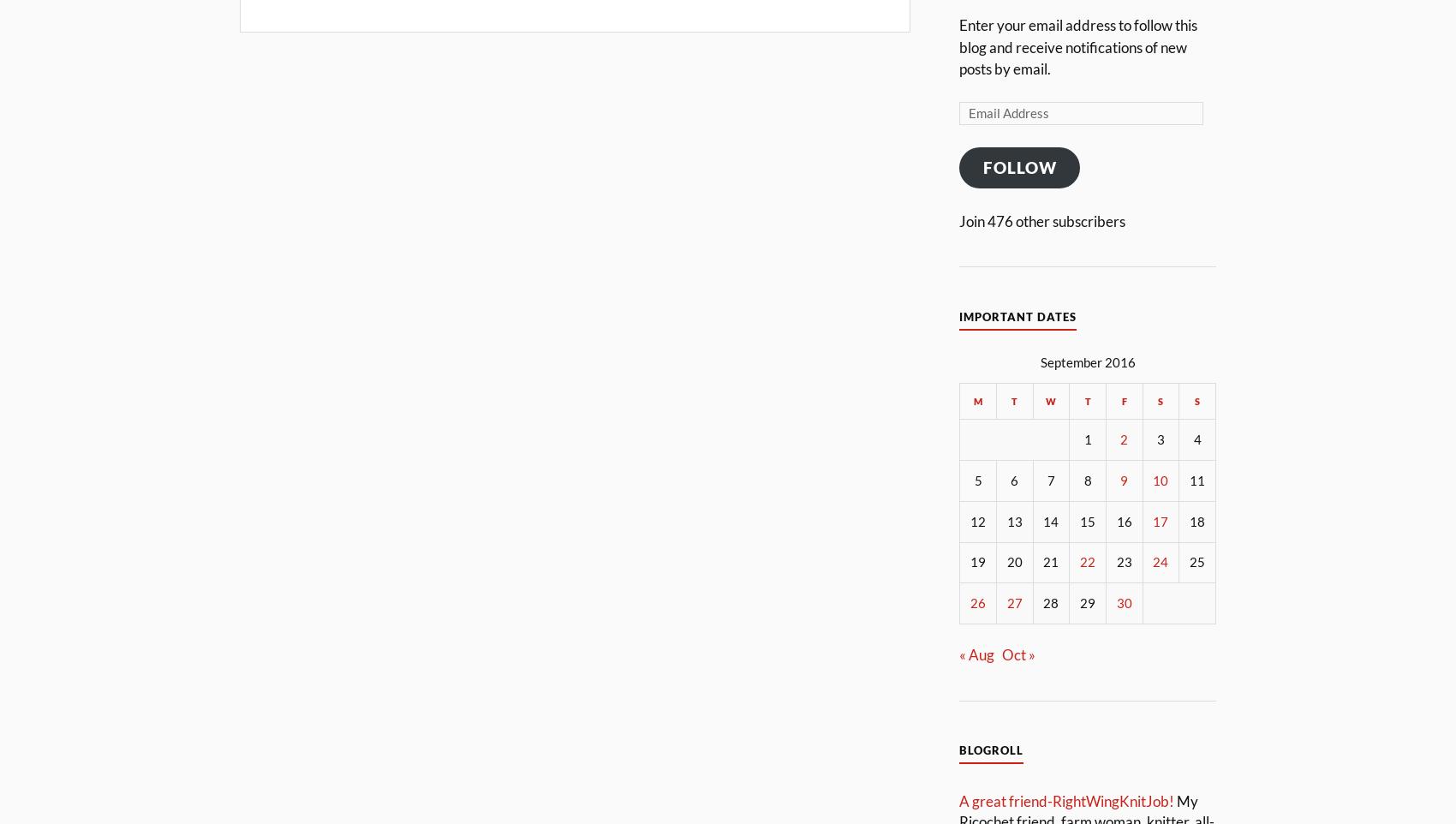  I want to click on 'W', so click(1050, 400).